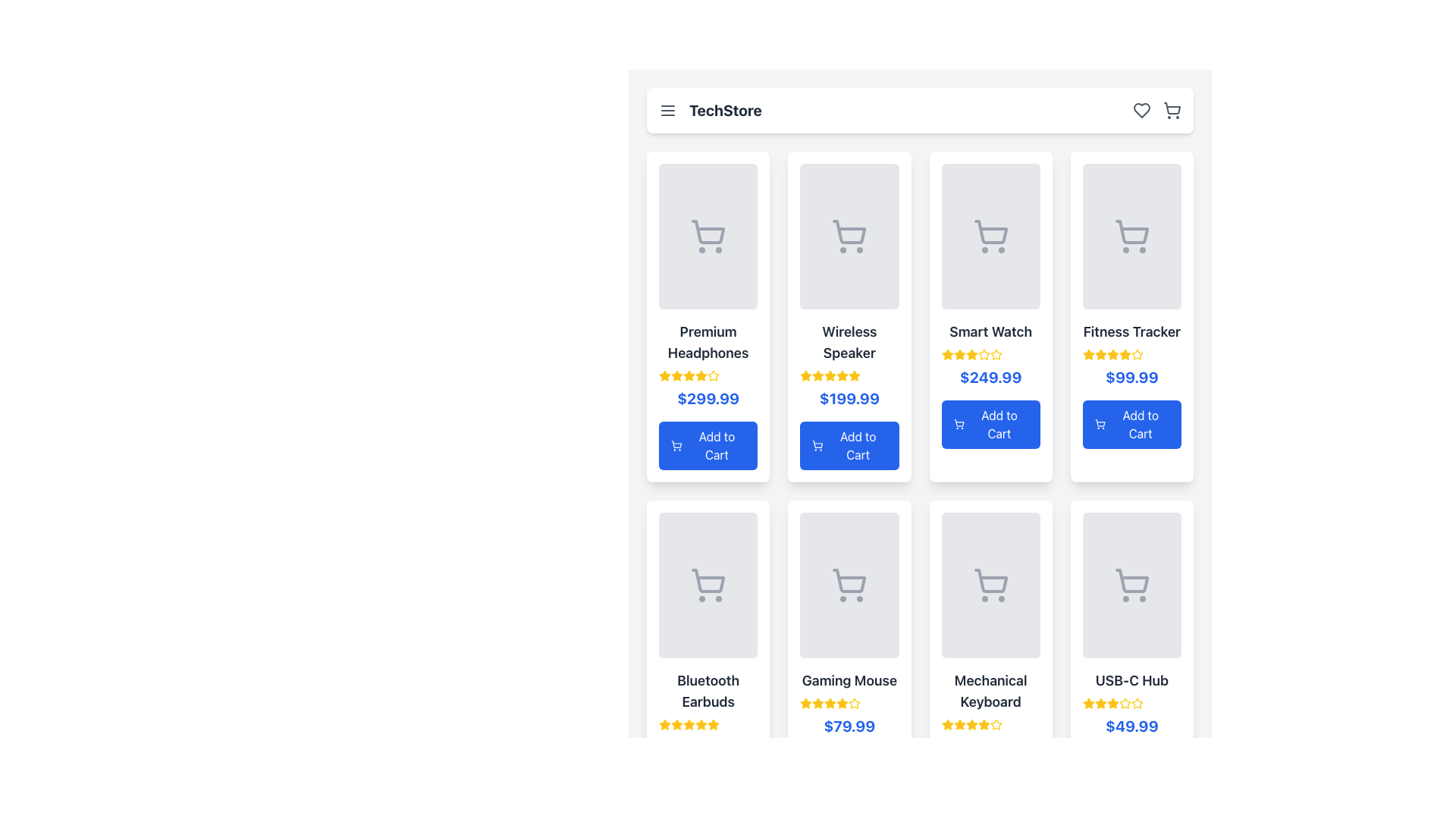 The width and height of the screenshot is (1456, 819). What do you see at coordinates (676, 375) in the screenshot?
I see `the star icon that represents the rating of a product, located above the product price and below the product title in the first product card of the grid layout` at bounding box center [676, 375].